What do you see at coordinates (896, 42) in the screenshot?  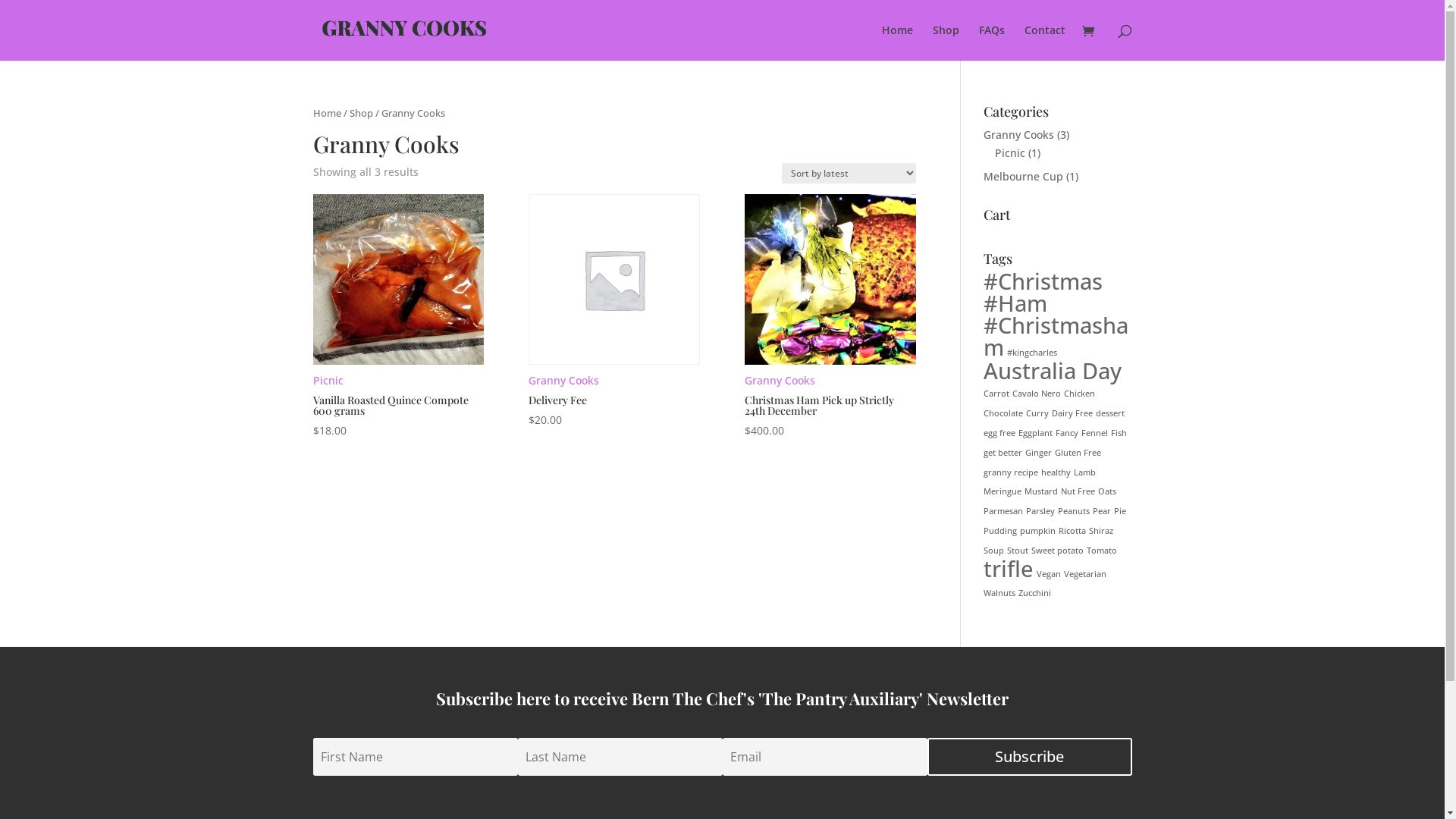 I see `'Home'` at bounding box center [896, 42].